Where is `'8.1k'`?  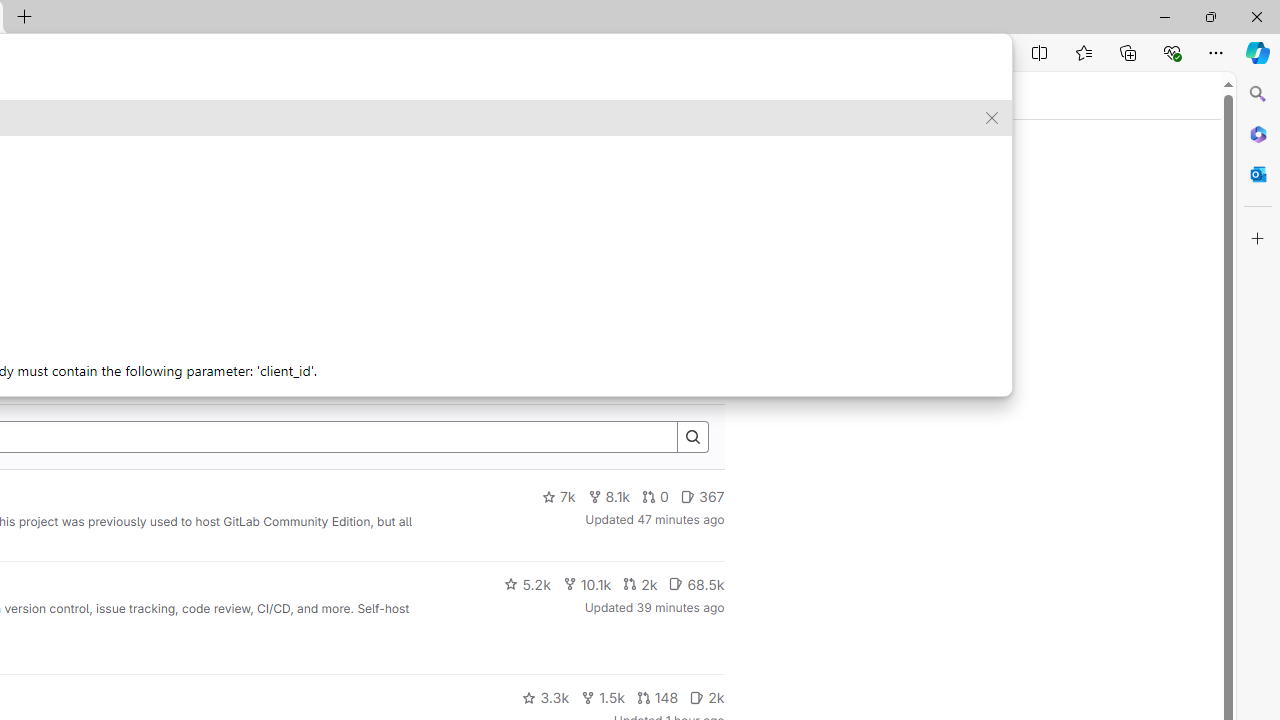 '8.1k' is located at coordinates (608, 496).